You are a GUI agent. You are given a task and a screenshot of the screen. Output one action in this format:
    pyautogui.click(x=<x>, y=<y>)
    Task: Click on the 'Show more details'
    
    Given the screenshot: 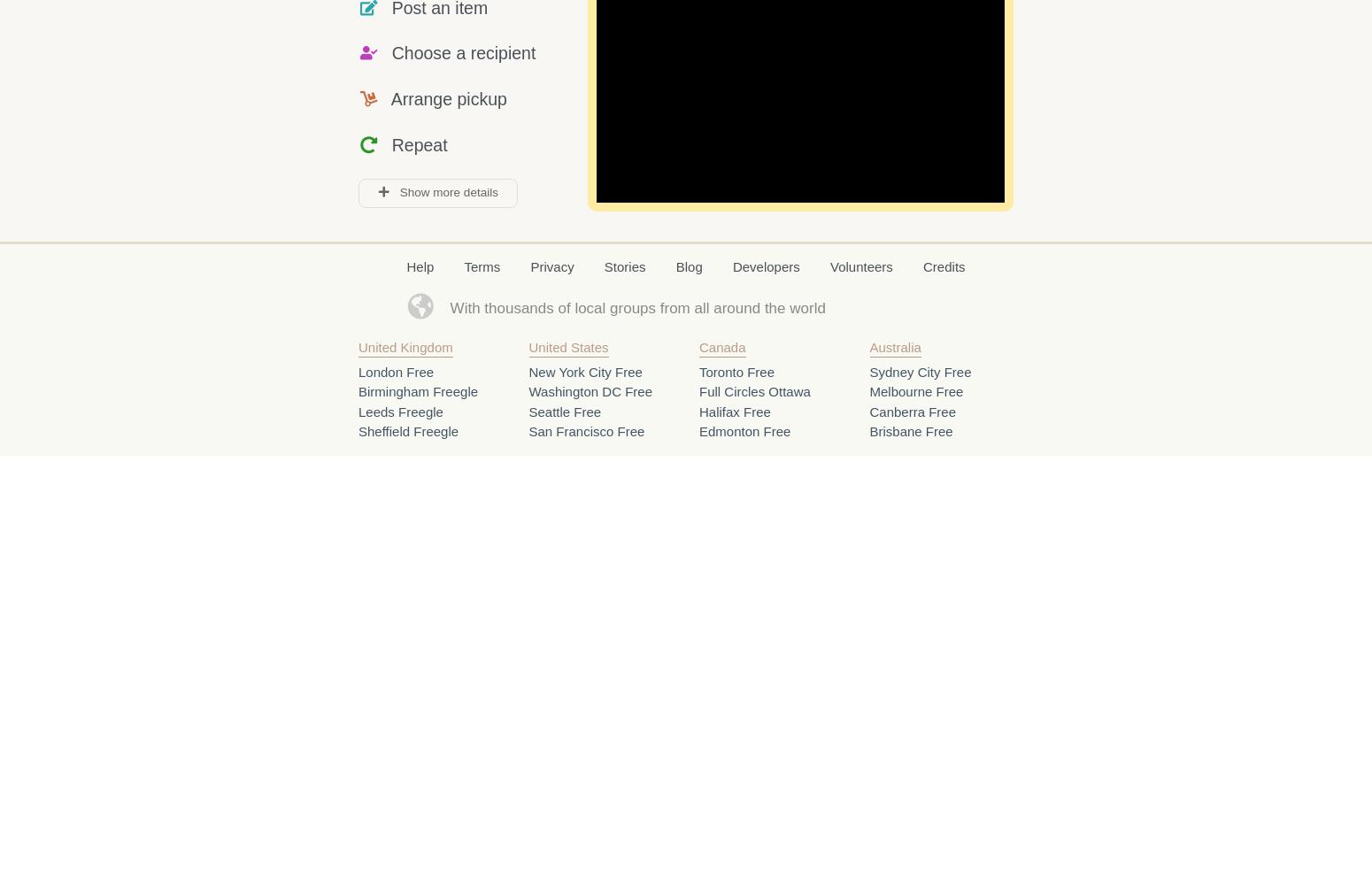 What is the action you would take?
    pyautogui.click(x=442, y=191)
    